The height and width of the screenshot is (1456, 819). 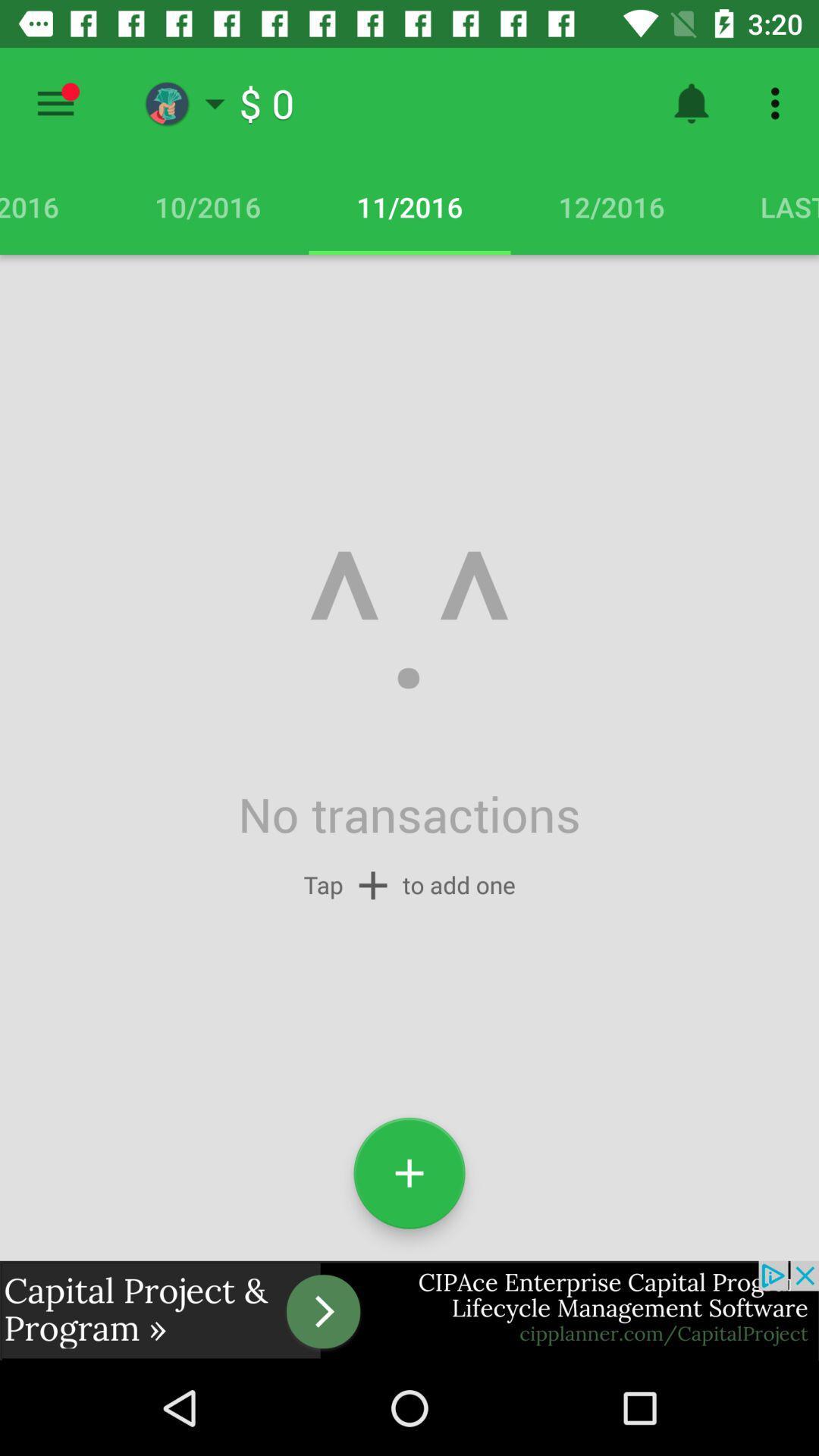 What do you see at coordinates (409, 1310) in the screenshot?
I see `advertisement display screen` at bounding box center [409, 1310].